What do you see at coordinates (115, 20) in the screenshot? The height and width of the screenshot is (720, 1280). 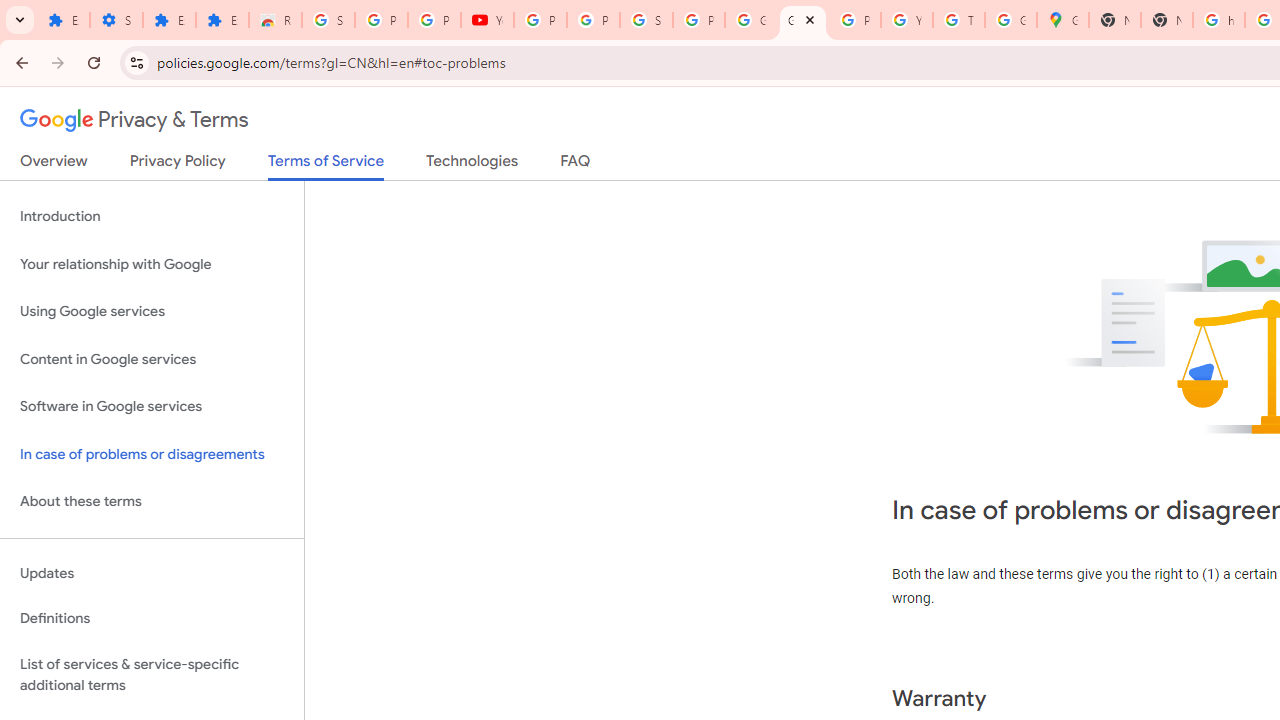 I see `'Settings'` at bounding box center [115, 20].